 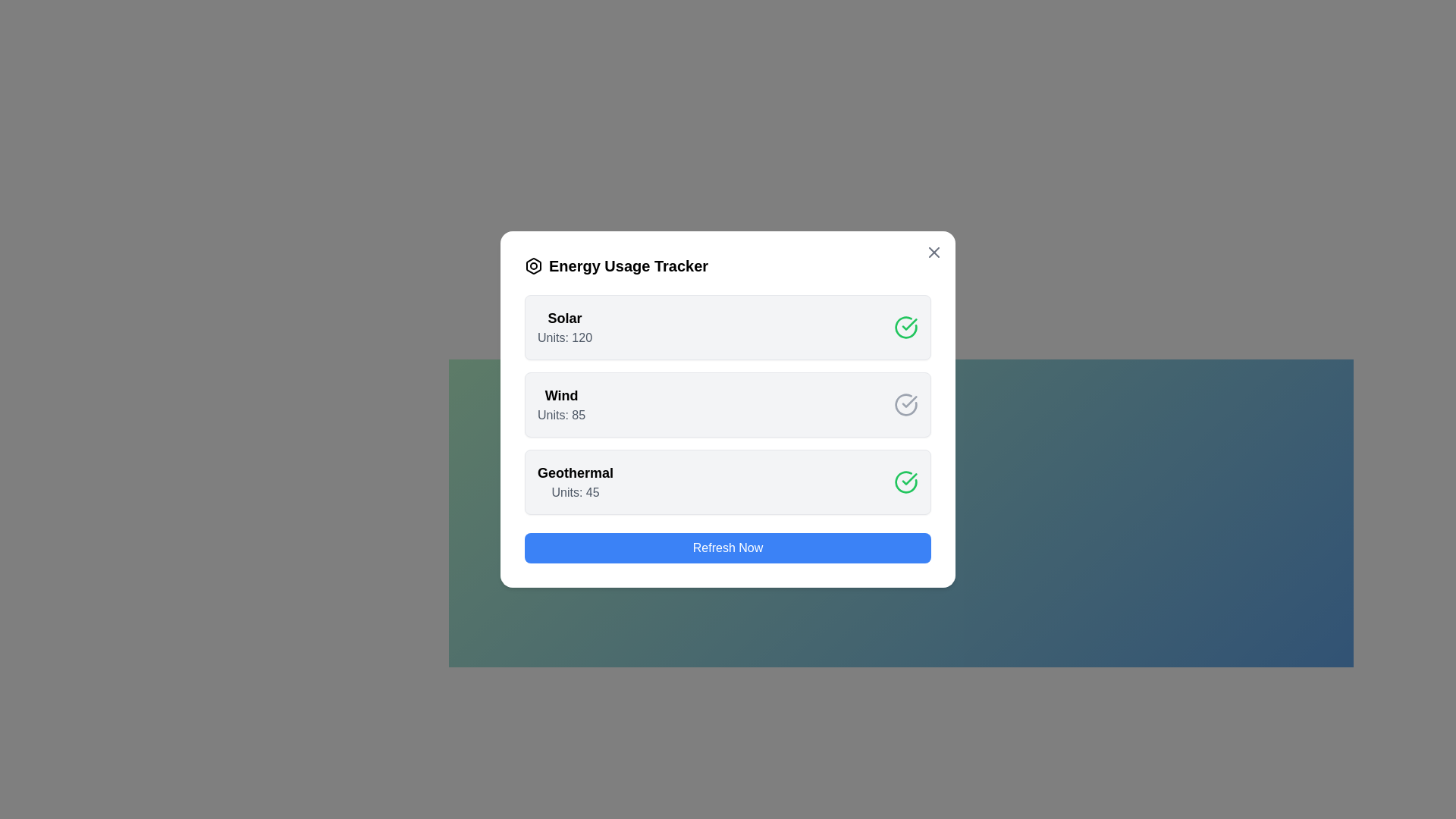 I want to click on the refresh button located at the bottom of the card to refresh the displayed data, so click(x=728, y=548).